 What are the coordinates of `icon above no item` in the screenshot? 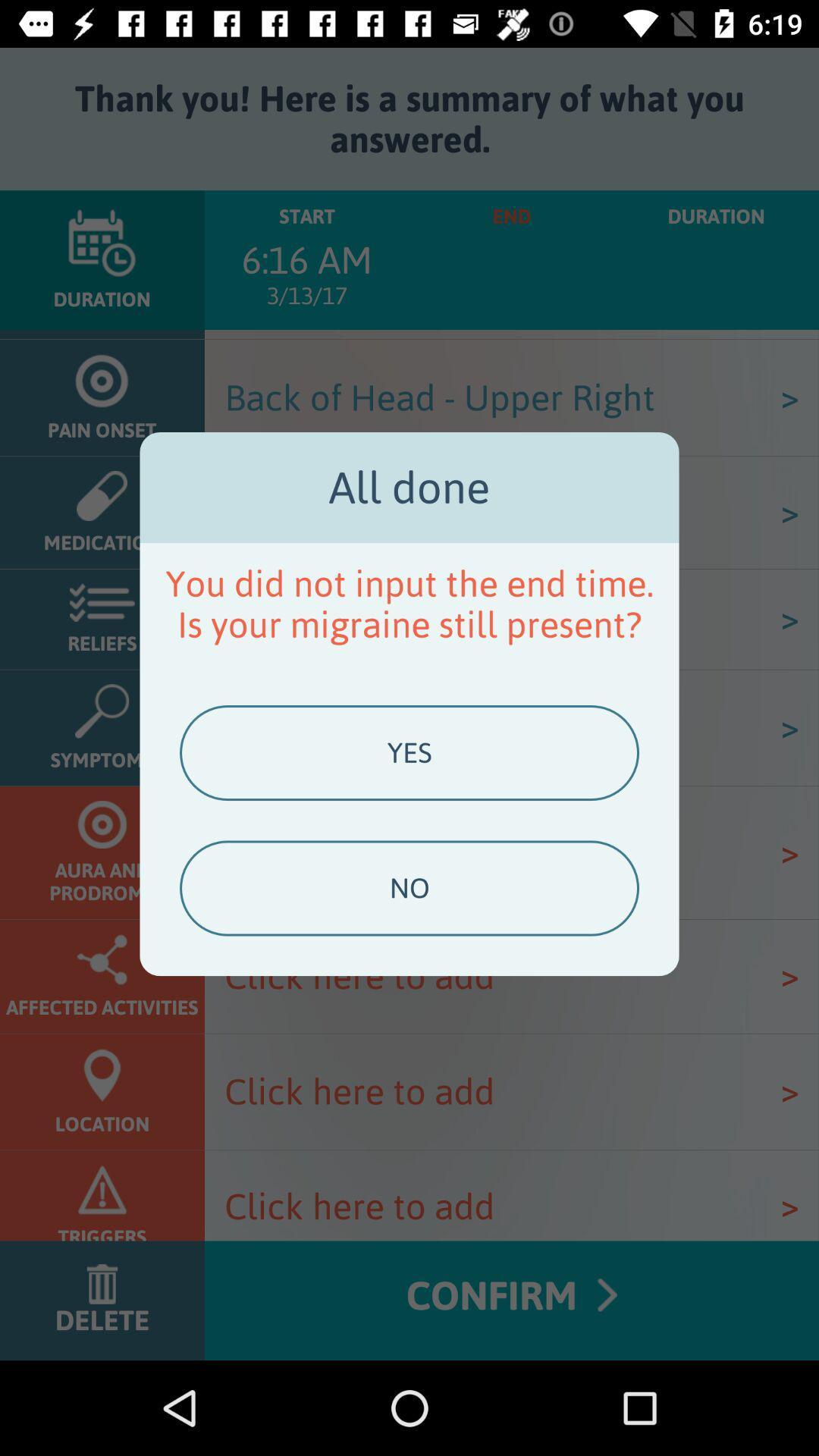 It's located at (409, 753).